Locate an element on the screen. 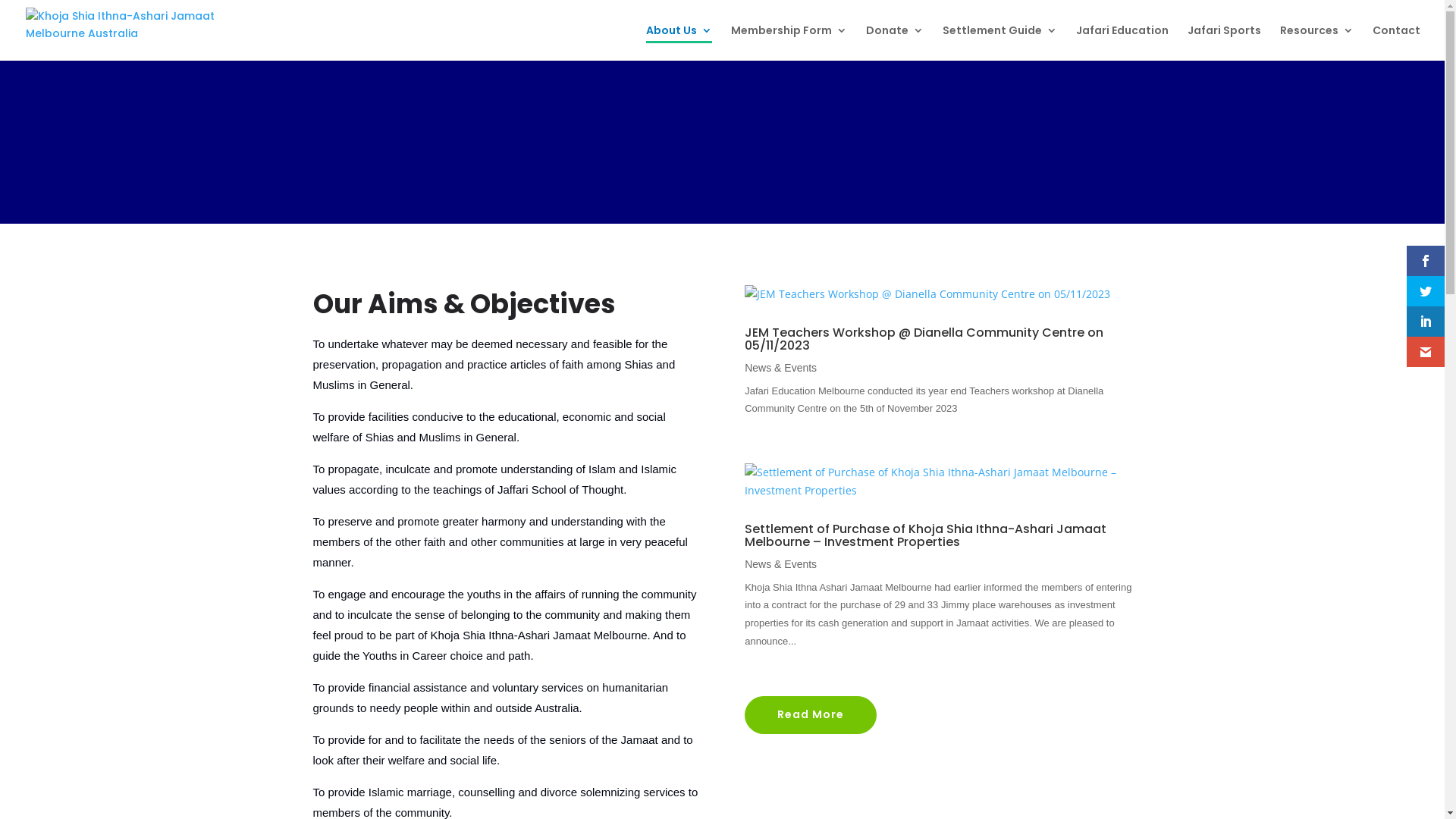  'Jafari Education' is located at coordinates (1122, 42).